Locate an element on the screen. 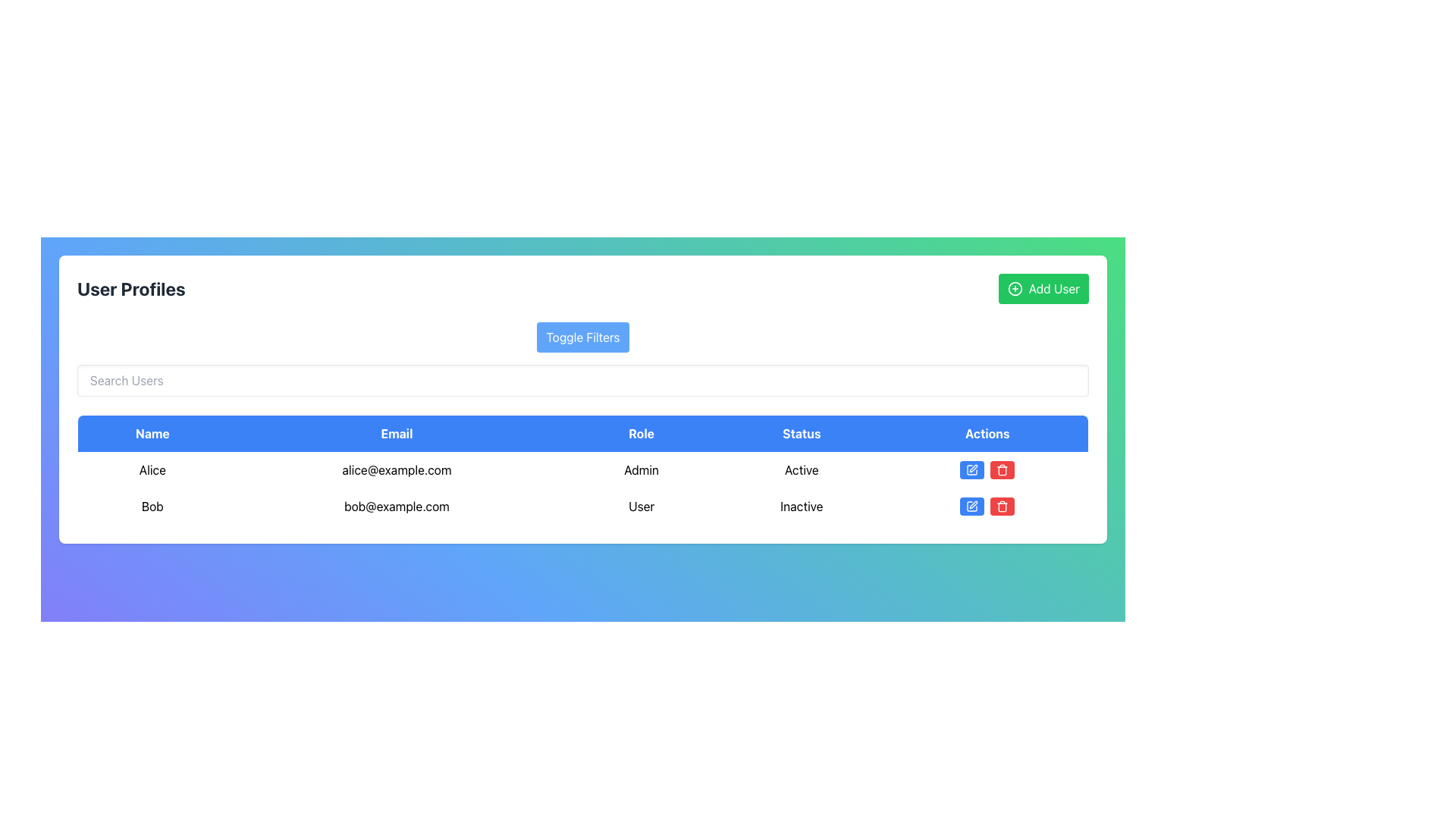 This screenshot has width=1456, height=819. the 'User Profiles' text label, which serves as a title indicating the section context within the interface is located at coordinates (131, 289).